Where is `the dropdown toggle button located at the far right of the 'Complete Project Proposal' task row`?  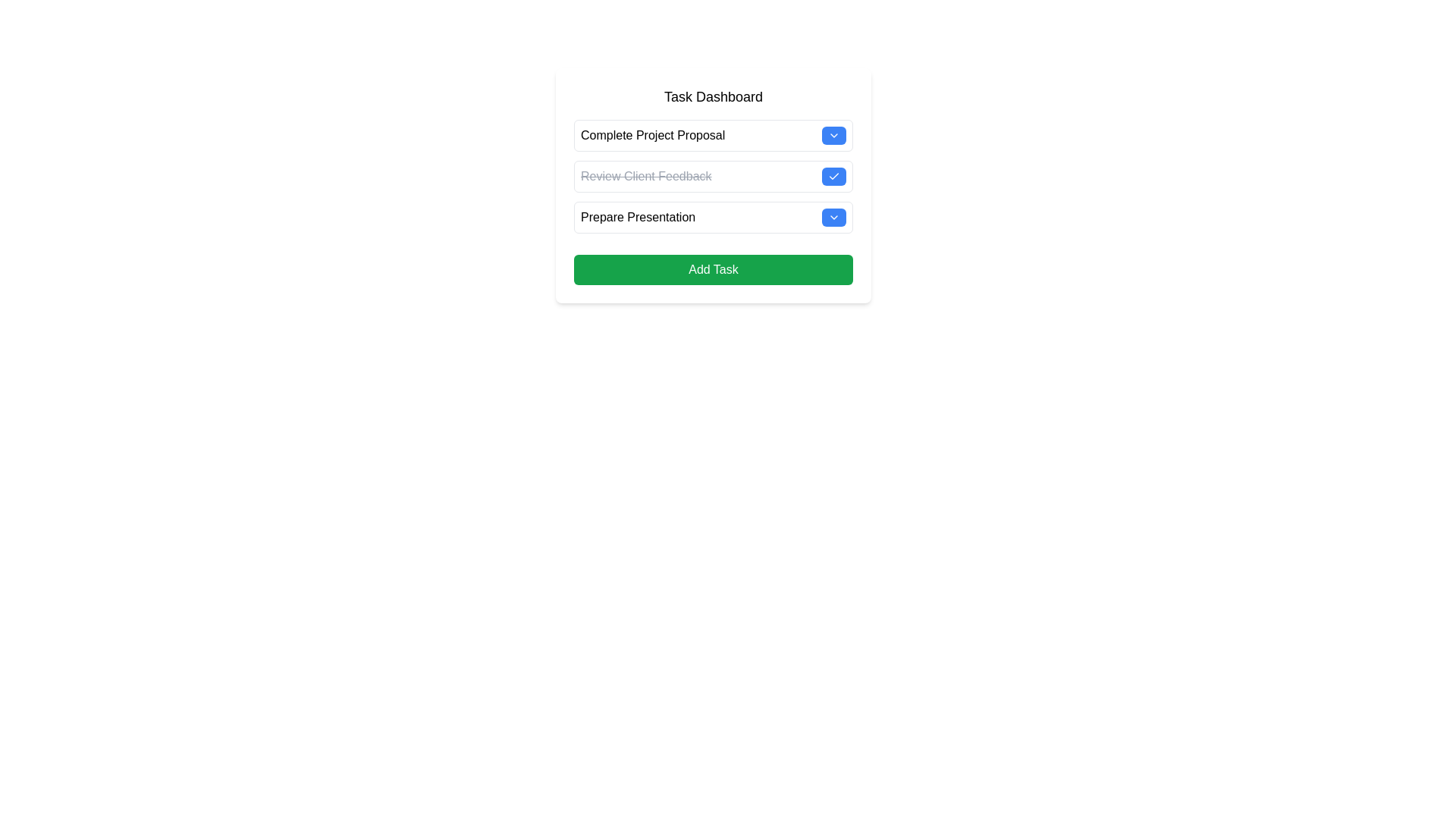
the dropdown toggle button located at the far right of the 'Complete Project Proposal' task row is located at coordinates (833, 134).